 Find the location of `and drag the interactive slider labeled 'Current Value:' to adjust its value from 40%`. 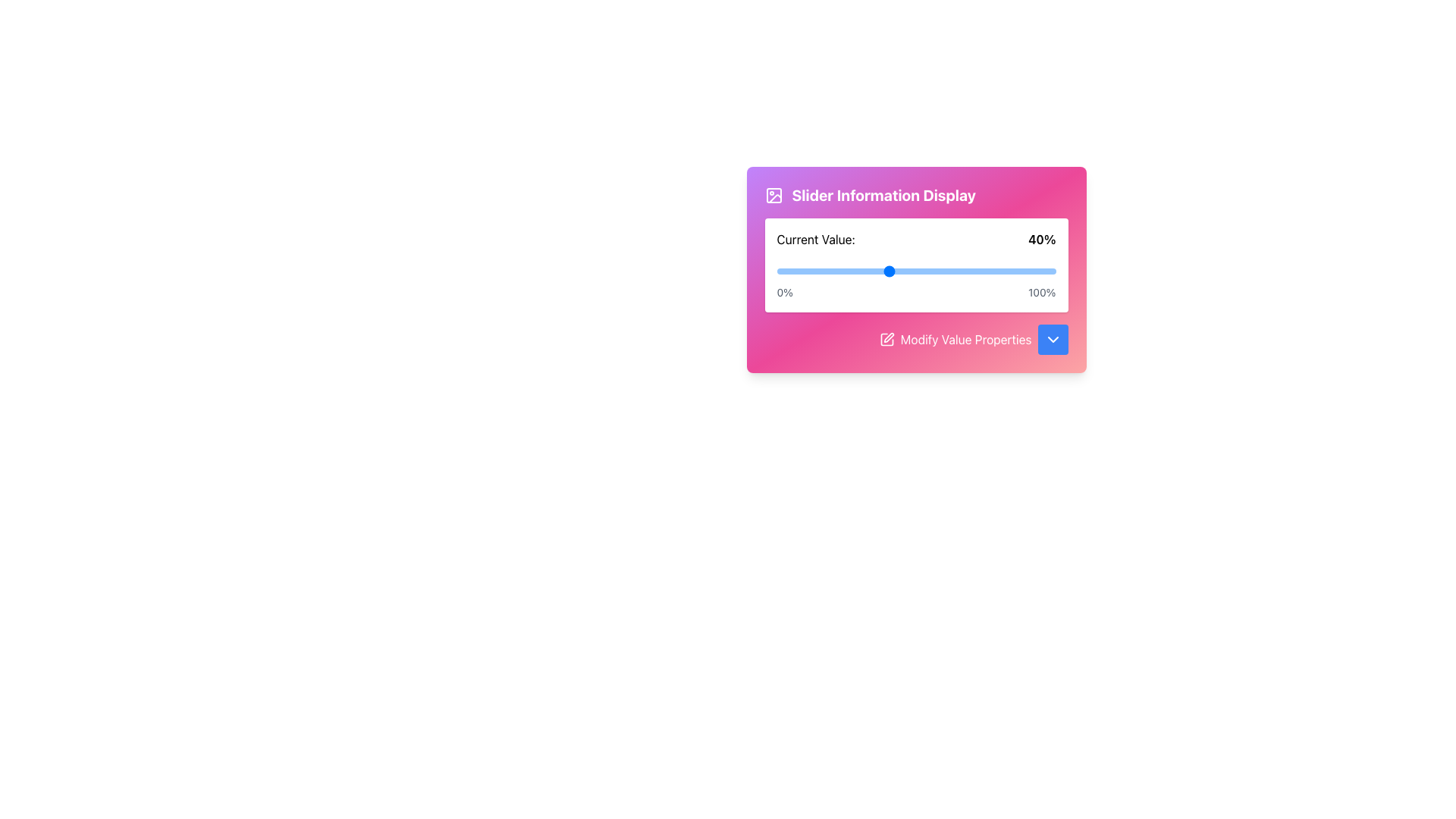

and drag the interactive slider labeled 'Current Value:' to adjust its value from 40% is located at coordinates (915, 265).